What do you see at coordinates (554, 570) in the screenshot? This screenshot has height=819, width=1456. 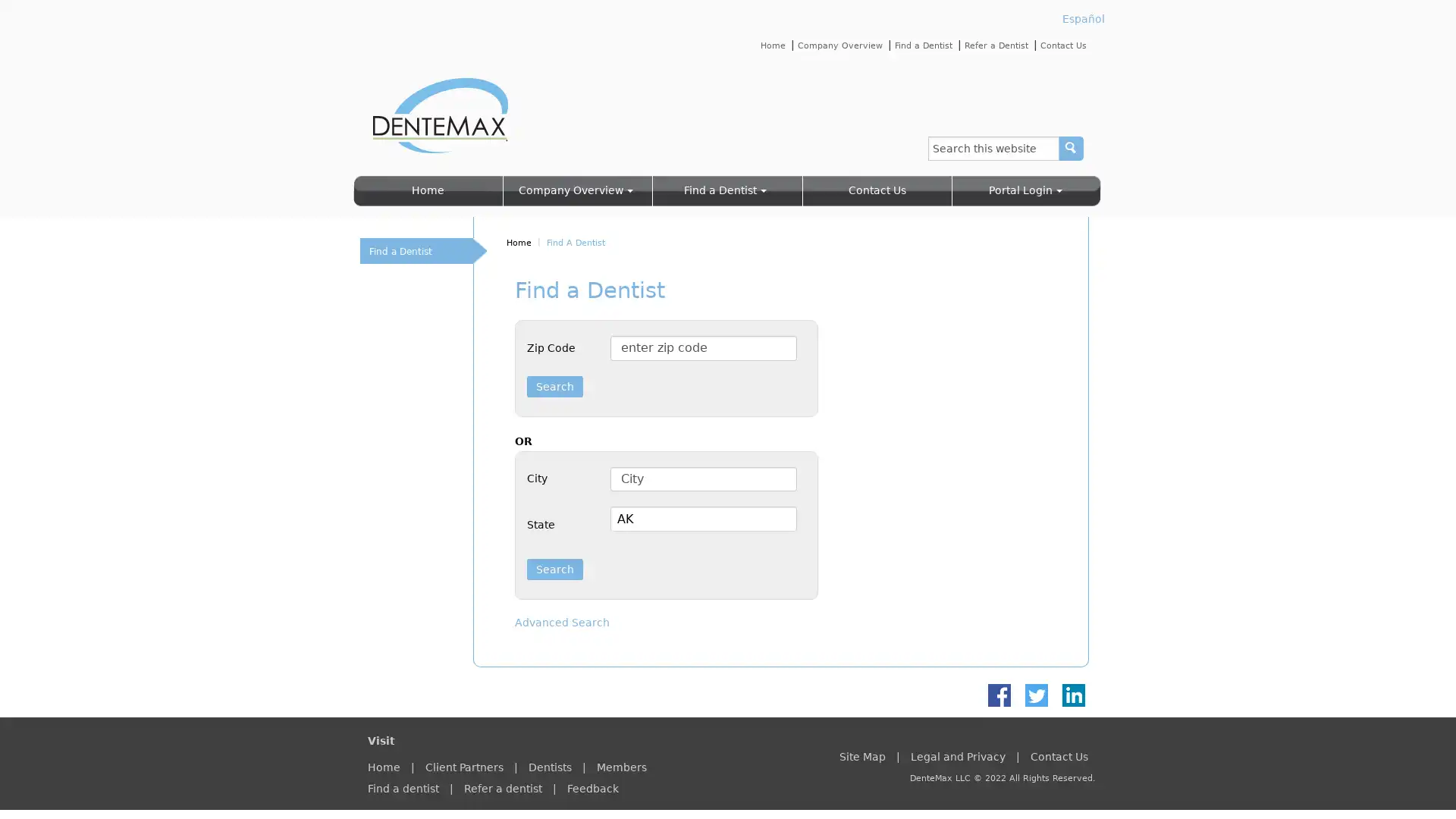 I see `Search` at bounding box center [554, 570].